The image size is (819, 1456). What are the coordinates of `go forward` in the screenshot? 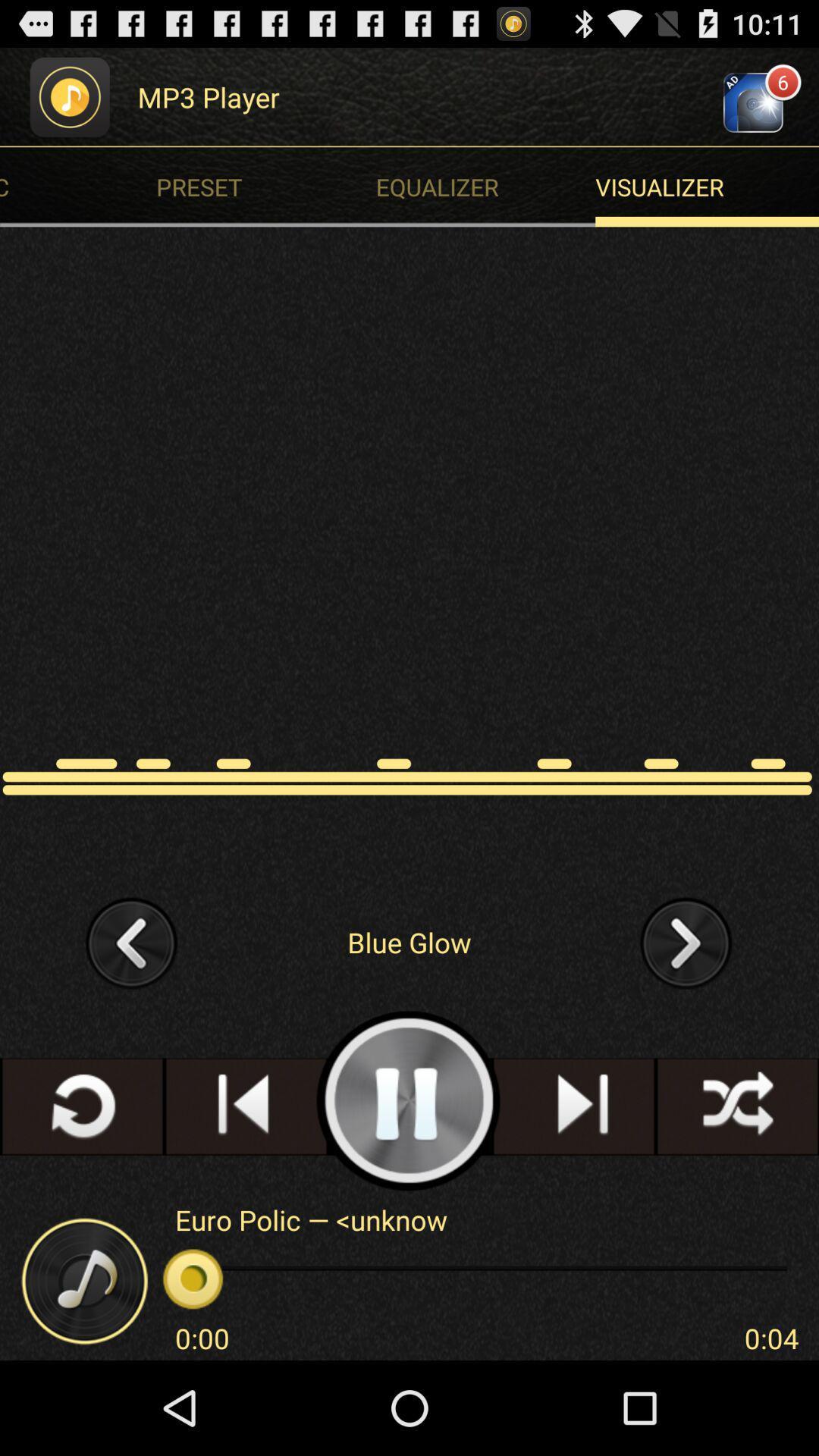 It's located at (686, 941).